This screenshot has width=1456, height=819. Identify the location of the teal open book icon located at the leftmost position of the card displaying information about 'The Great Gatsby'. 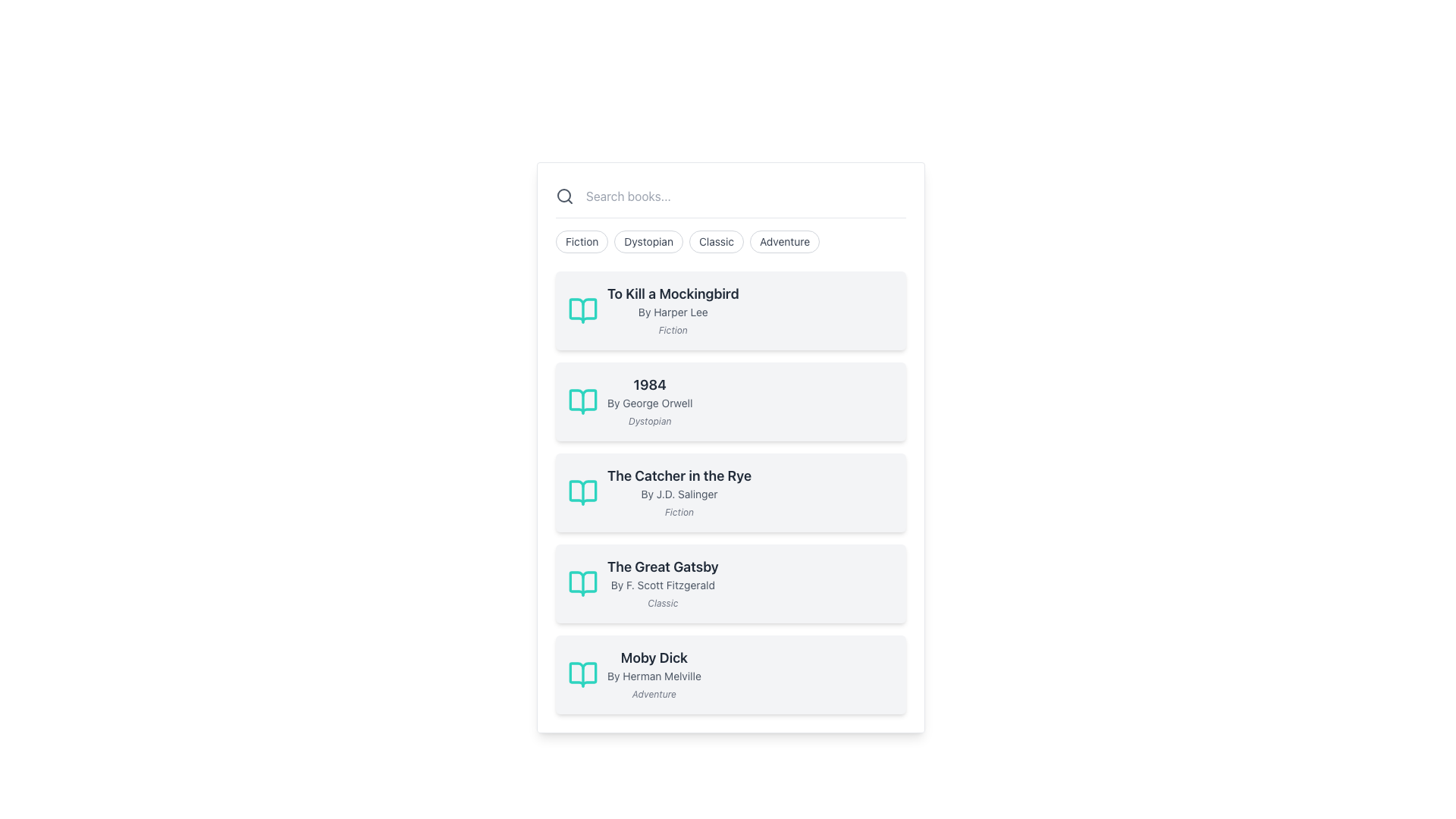
(582, 583).